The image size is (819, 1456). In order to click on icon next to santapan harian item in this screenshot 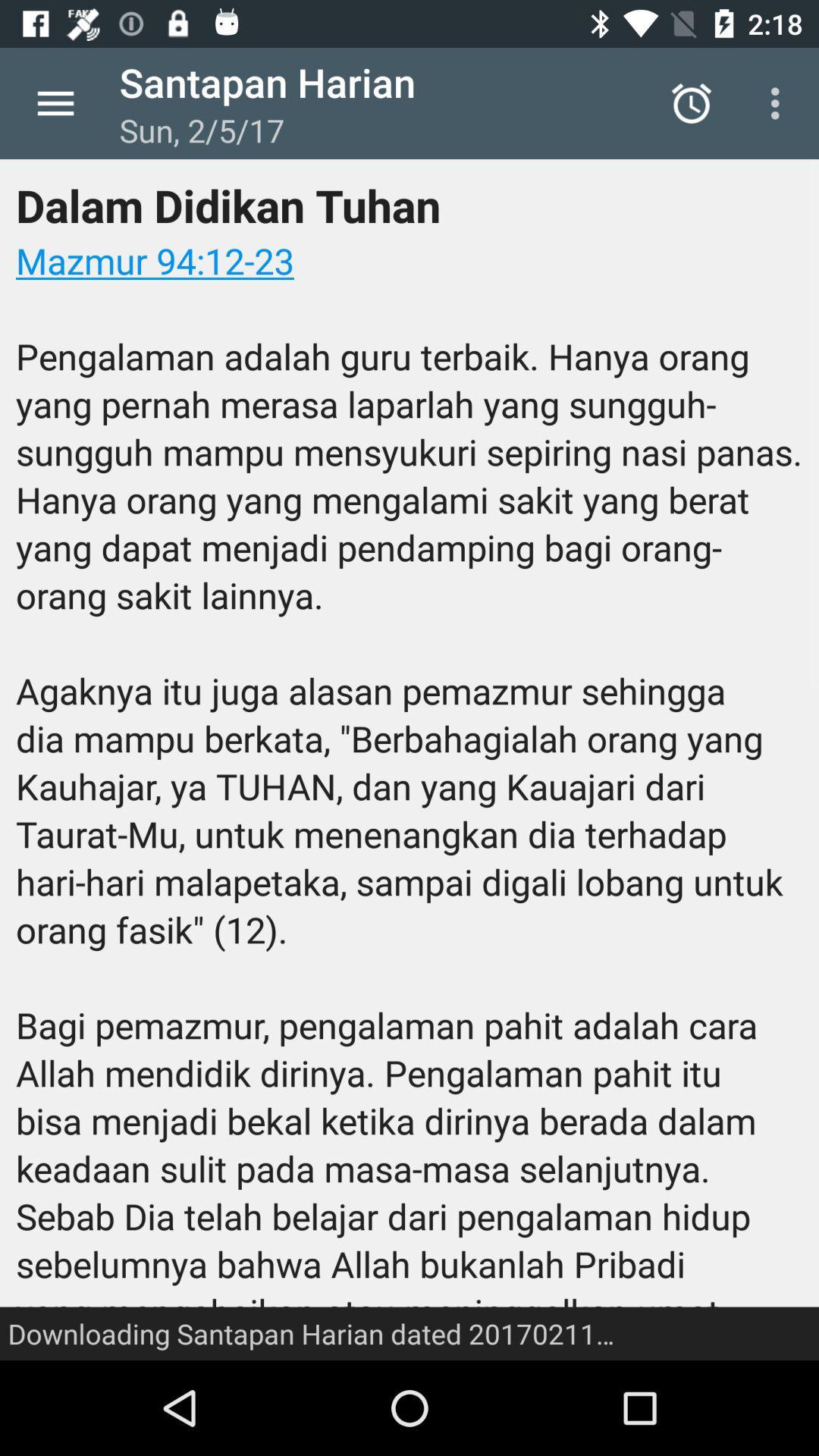, I will do `click(55, 102)`.